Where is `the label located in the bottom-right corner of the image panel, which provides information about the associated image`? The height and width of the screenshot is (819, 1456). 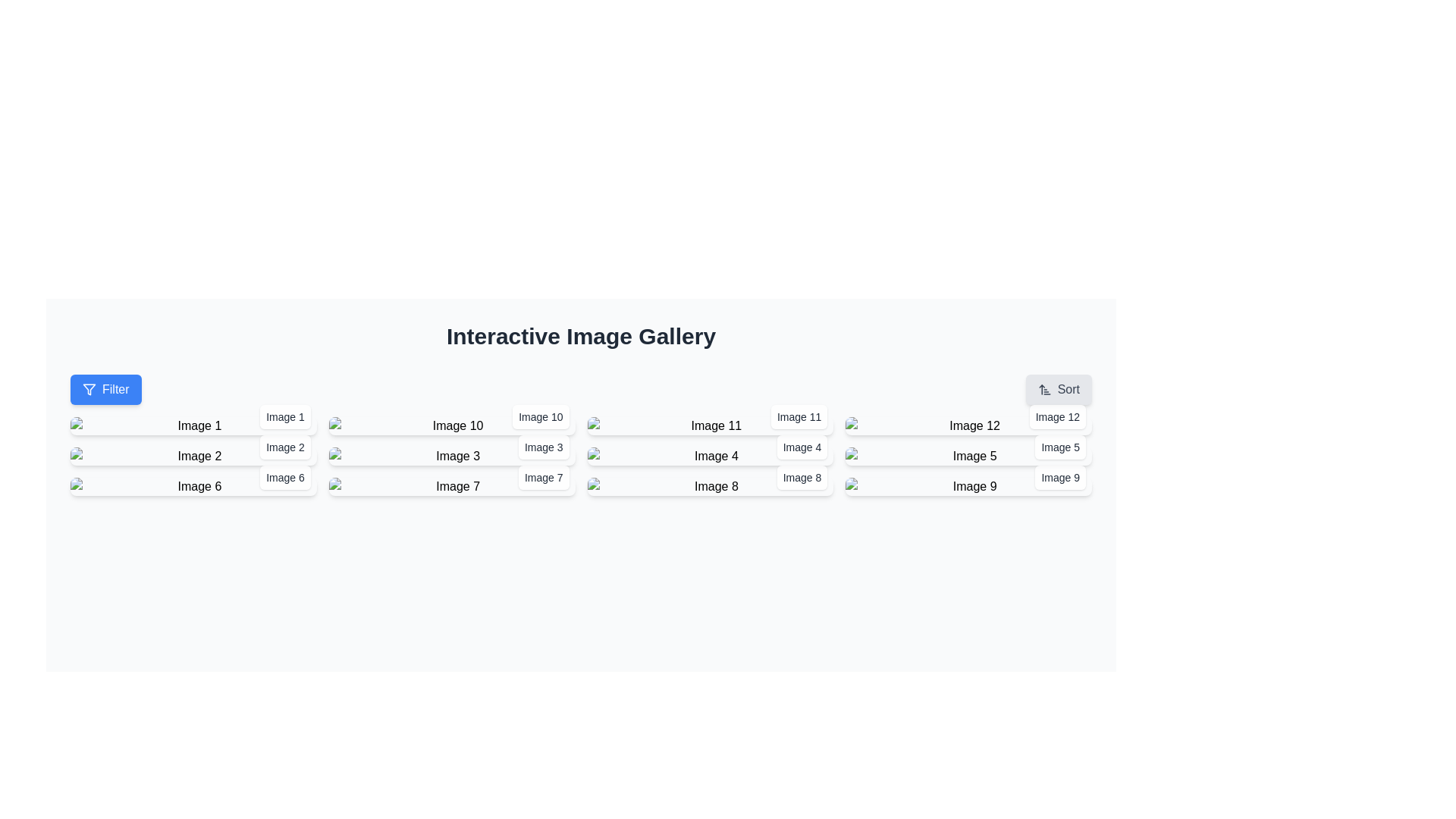 the label located in the bottom-right corner of the image panel, which provides information about the associated image is located at coordinates (1059, 447).